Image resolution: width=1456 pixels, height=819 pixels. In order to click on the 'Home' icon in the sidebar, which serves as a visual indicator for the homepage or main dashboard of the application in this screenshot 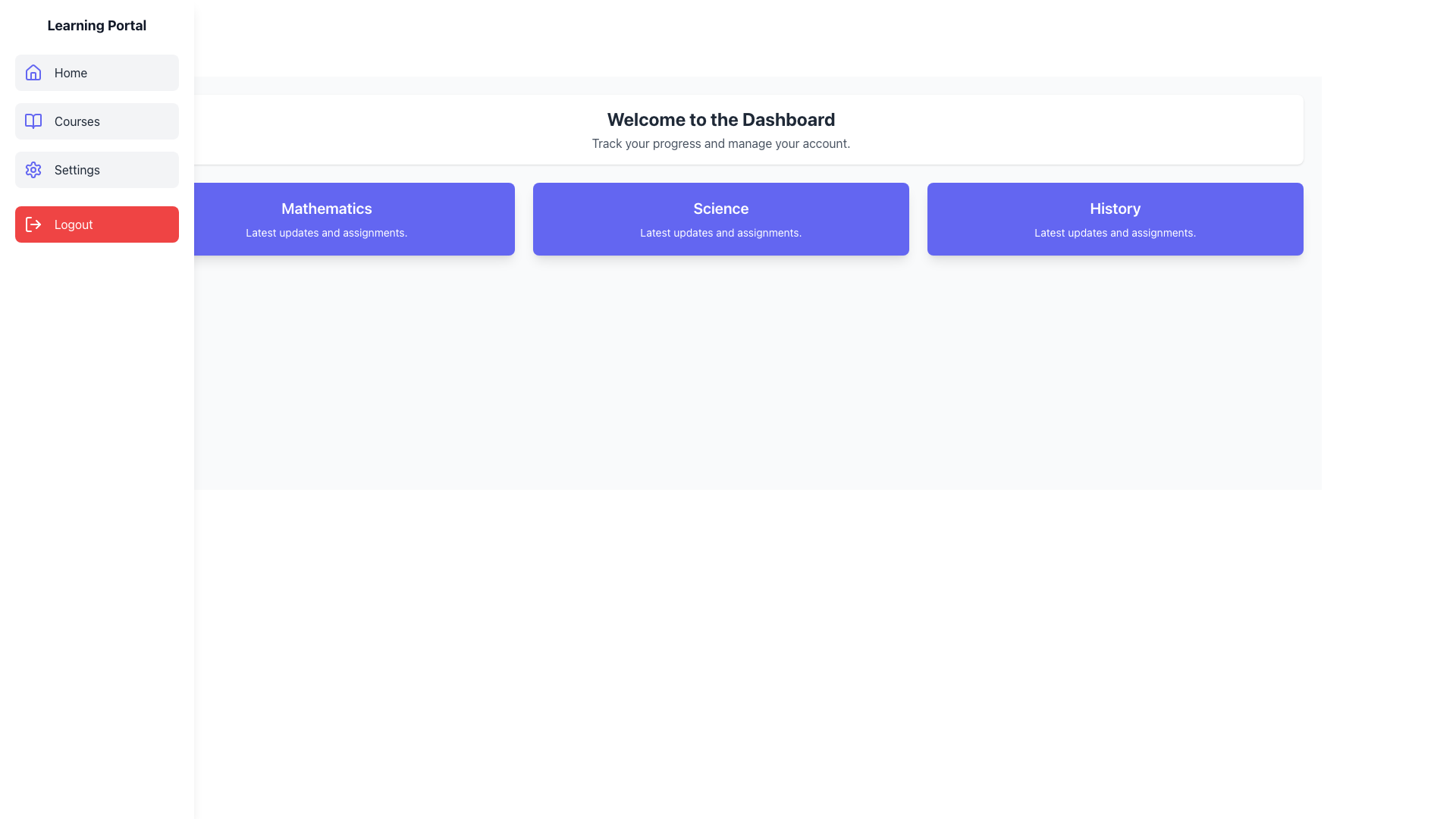, I will do `click(33, 73)`.